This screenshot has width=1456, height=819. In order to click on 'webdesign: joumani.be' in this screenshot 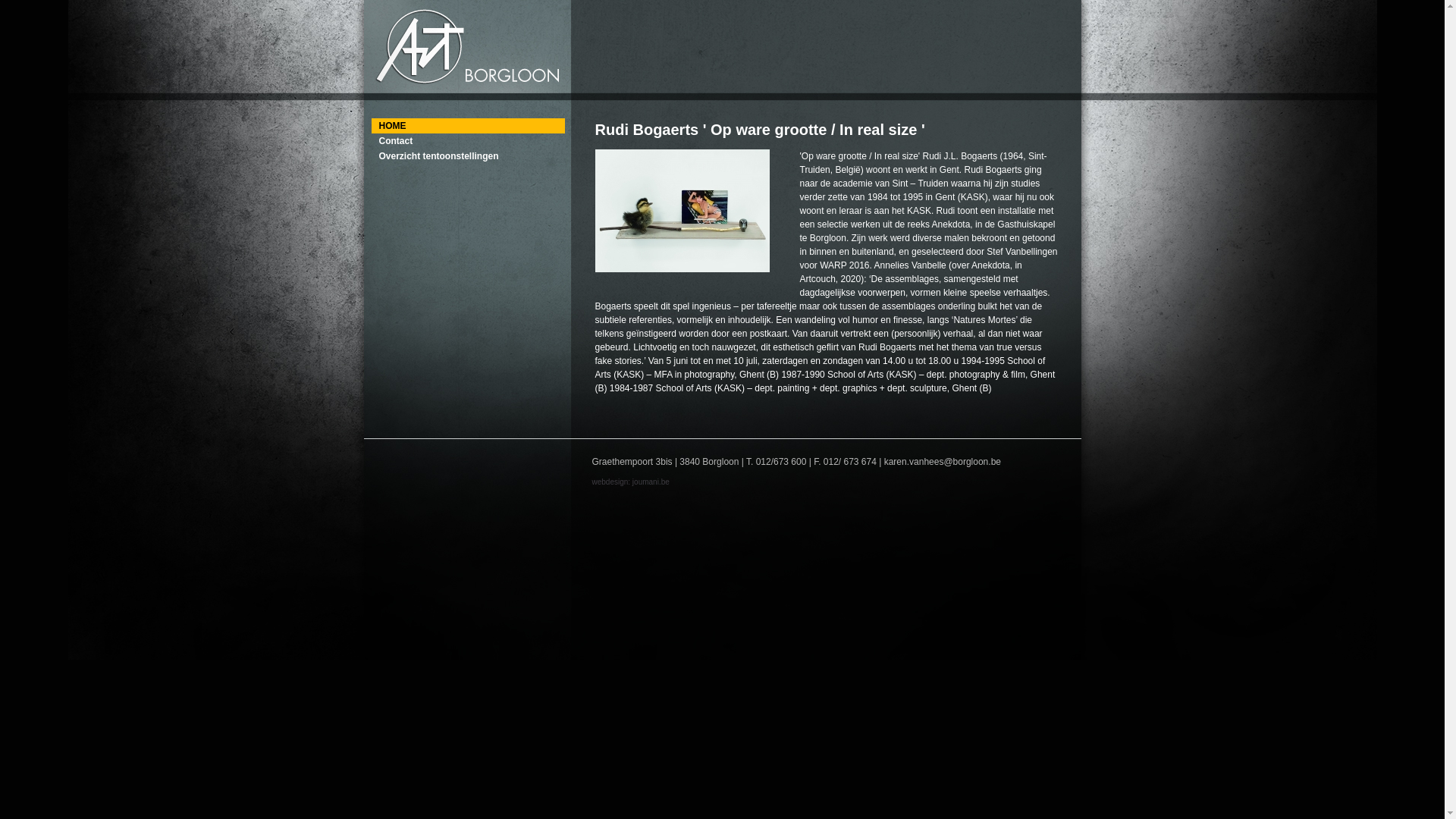, I will do `click(629, 482)`.